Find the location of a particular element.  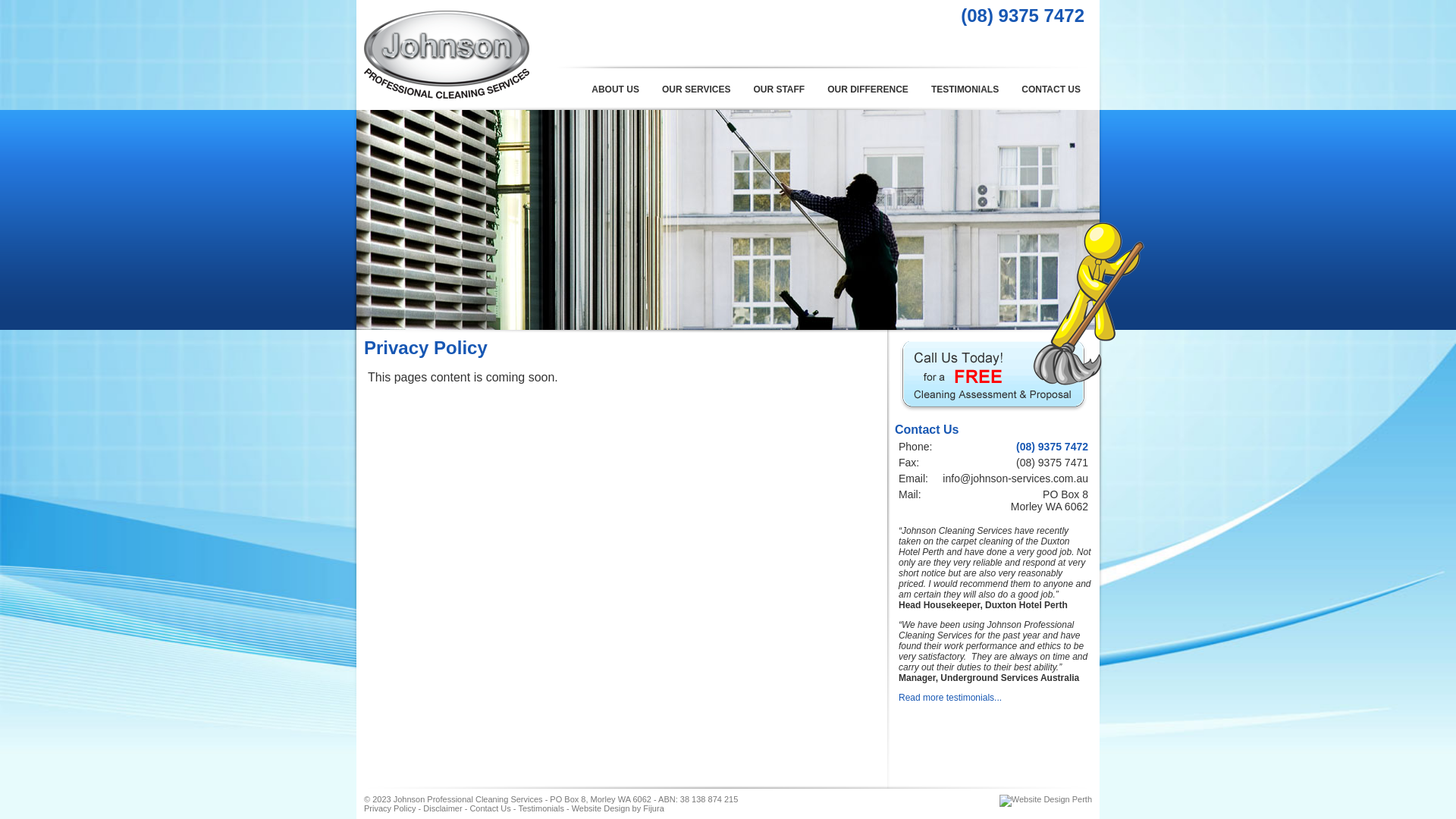

'Website Design Perth' is located at coordinates (1044, 798).